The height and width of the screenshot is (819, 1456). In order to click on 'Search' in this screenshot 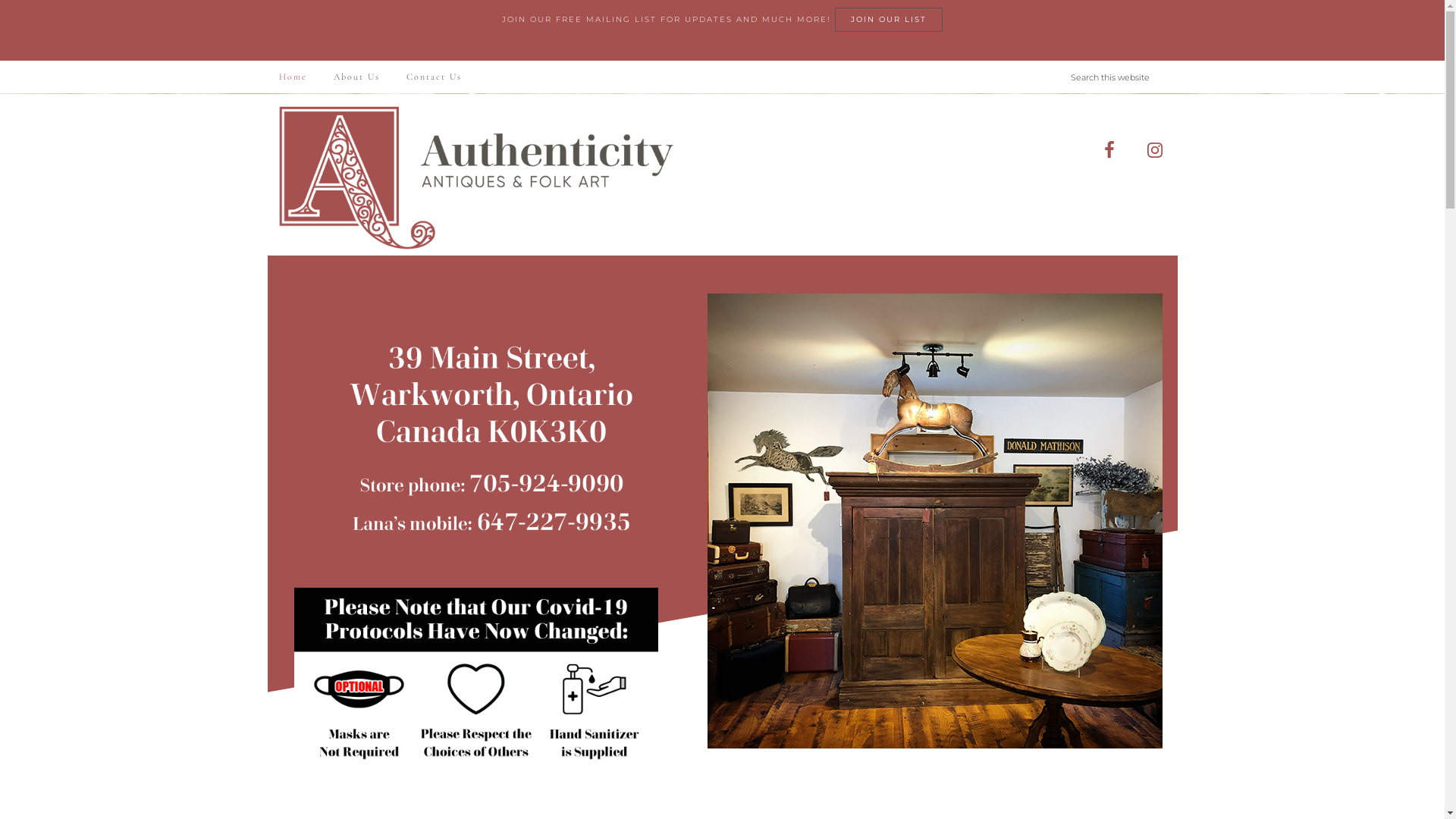, I will do `click(1175, 59)`.